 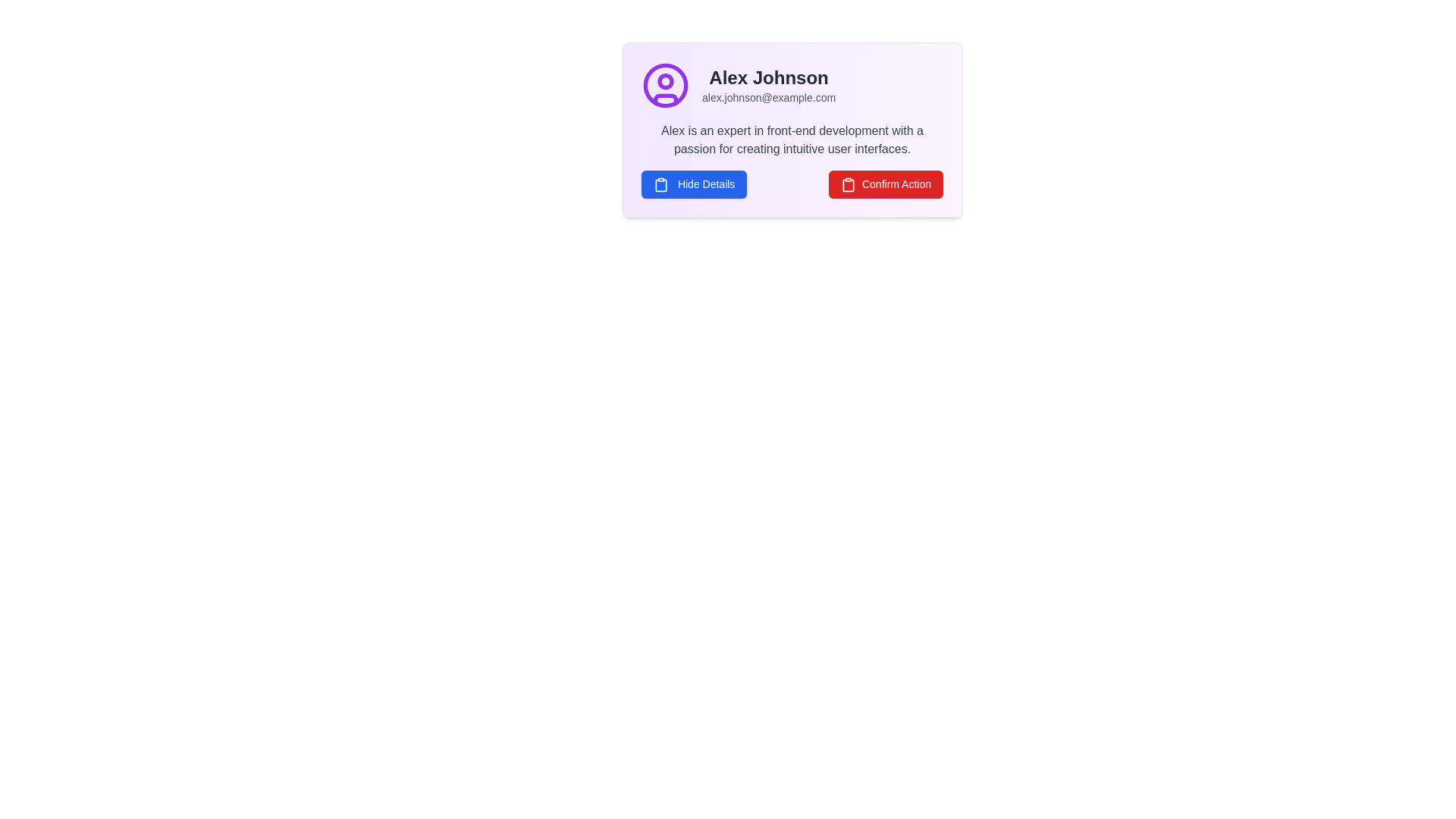 What do you see at coordinates (666, 99) in the screenshot?
I see `the decorative Icon component located within the user profile icon, positioned below the circular outline and to the left of the user's name` at bounding box center [666, 99].